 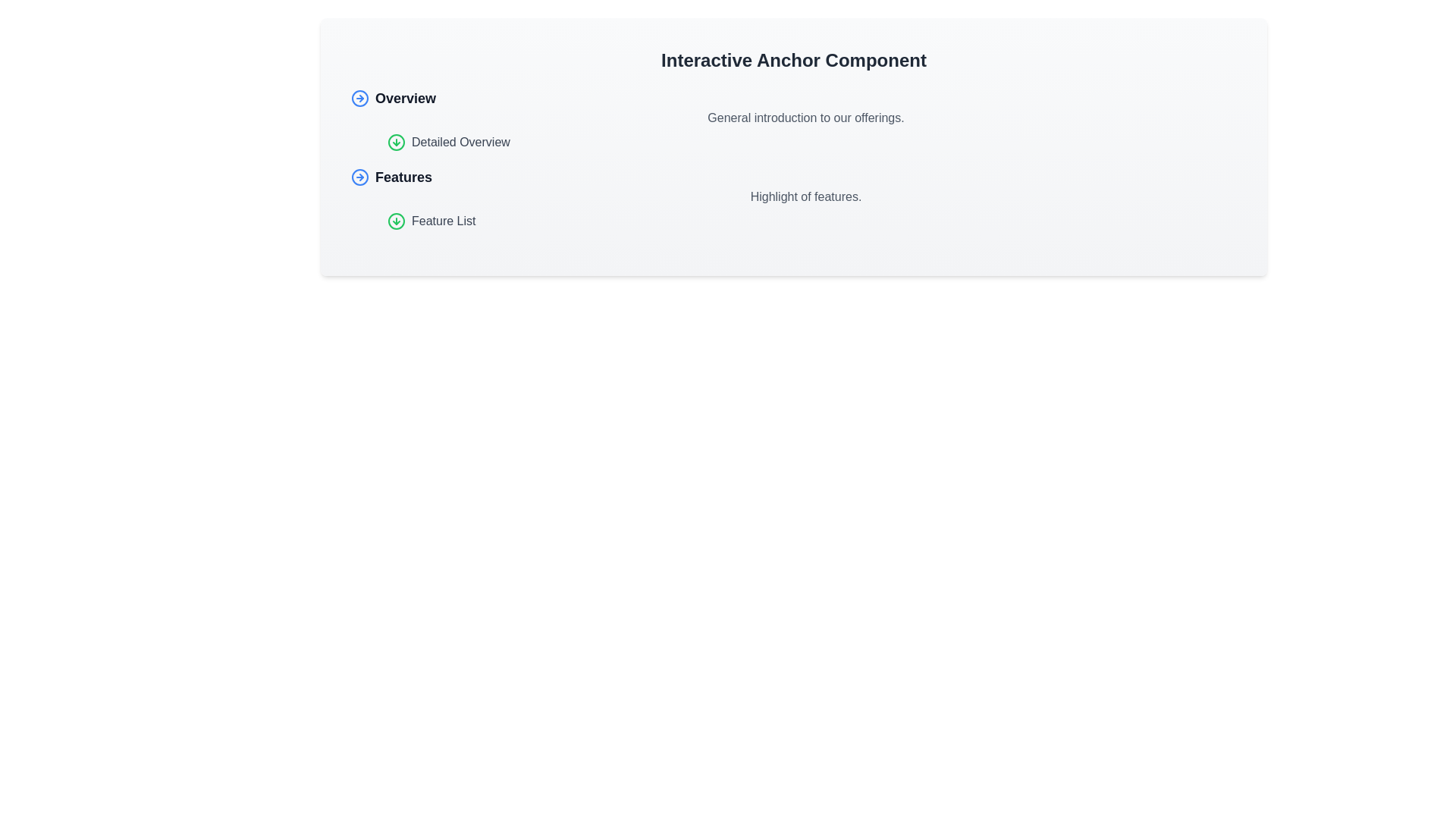 What do you see at coordinates (805, 196) in the screenshot?
I see `the standalone text line that provides a descriptor or summary related to the 'Features' section, located below the 'Features' header and above the 'Feature List' section` at bounding box center [805, 196].